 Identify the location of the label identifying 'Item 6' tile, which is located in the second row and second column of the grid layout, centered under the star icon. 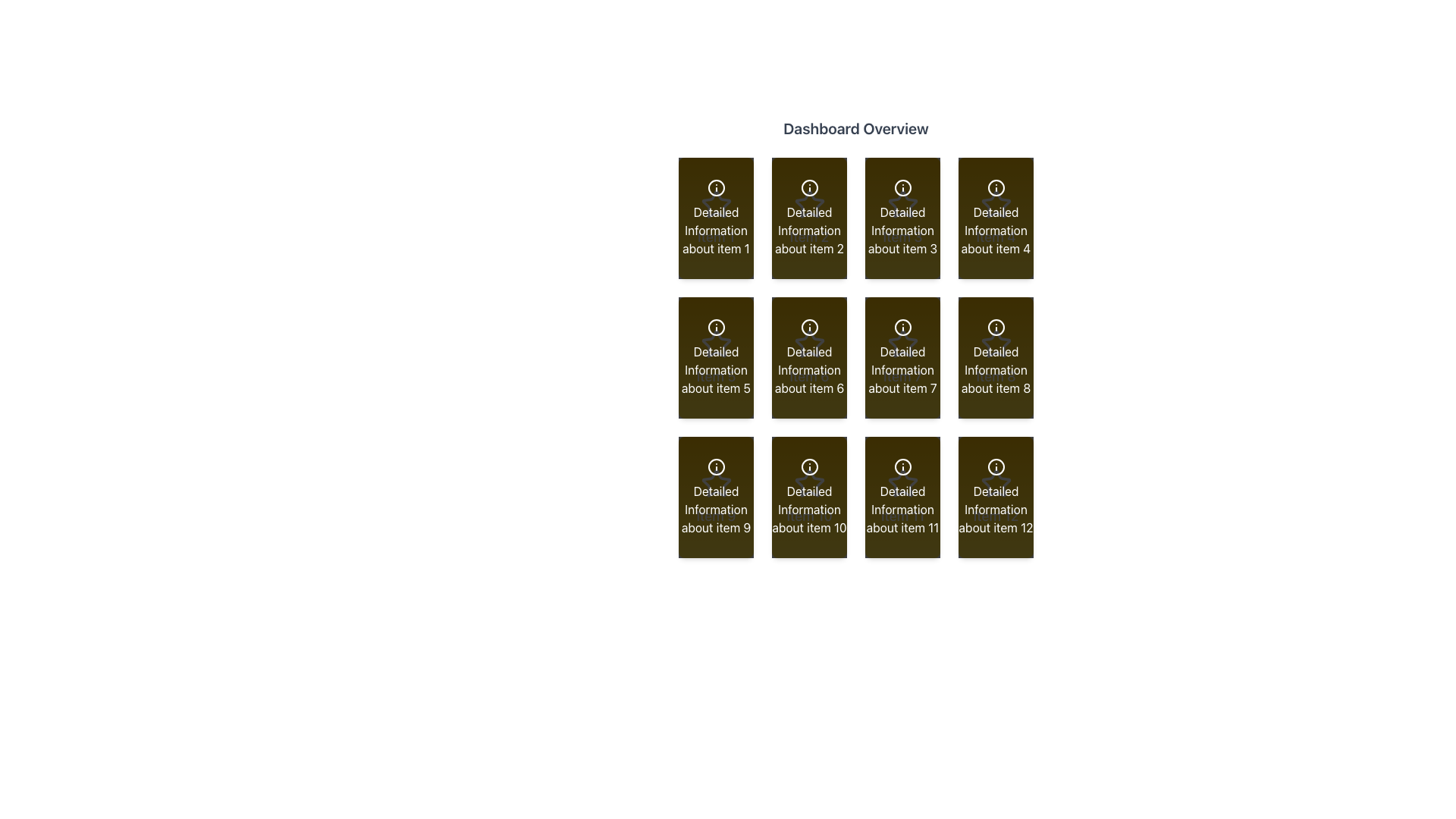
(808, 376).